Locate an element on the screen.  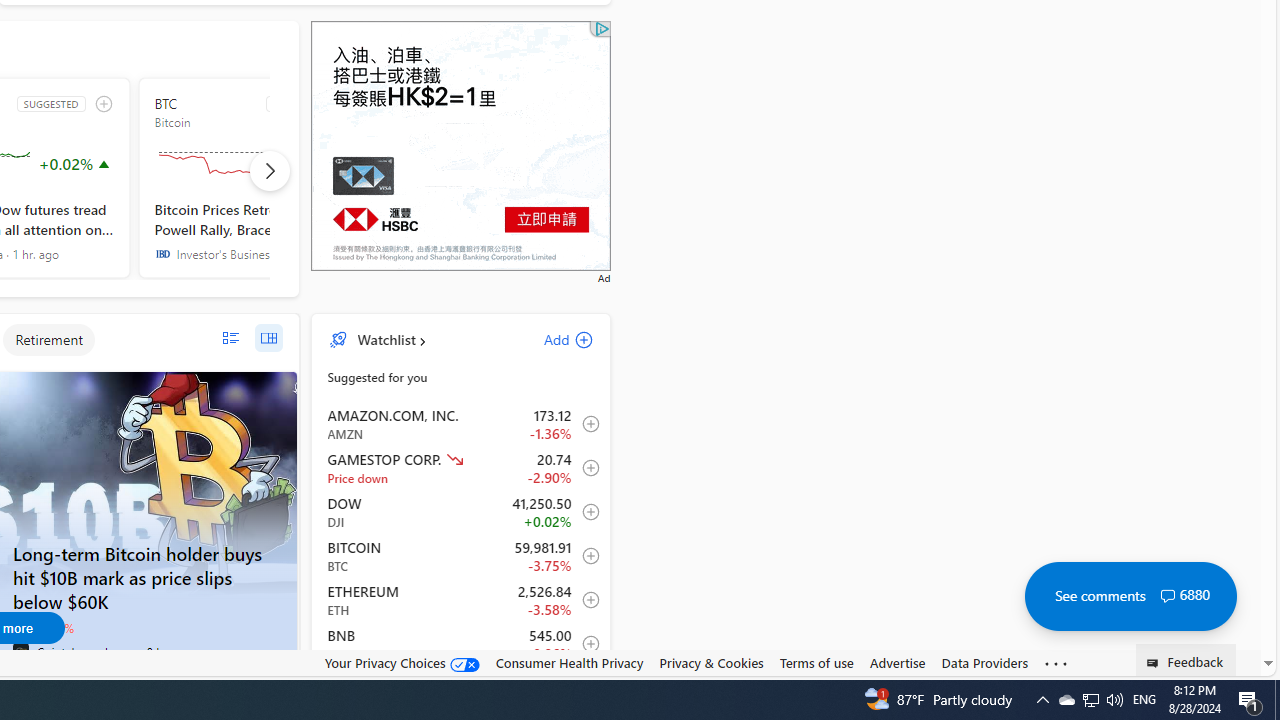
'Advertisement' is located at coordinates (459, 144).